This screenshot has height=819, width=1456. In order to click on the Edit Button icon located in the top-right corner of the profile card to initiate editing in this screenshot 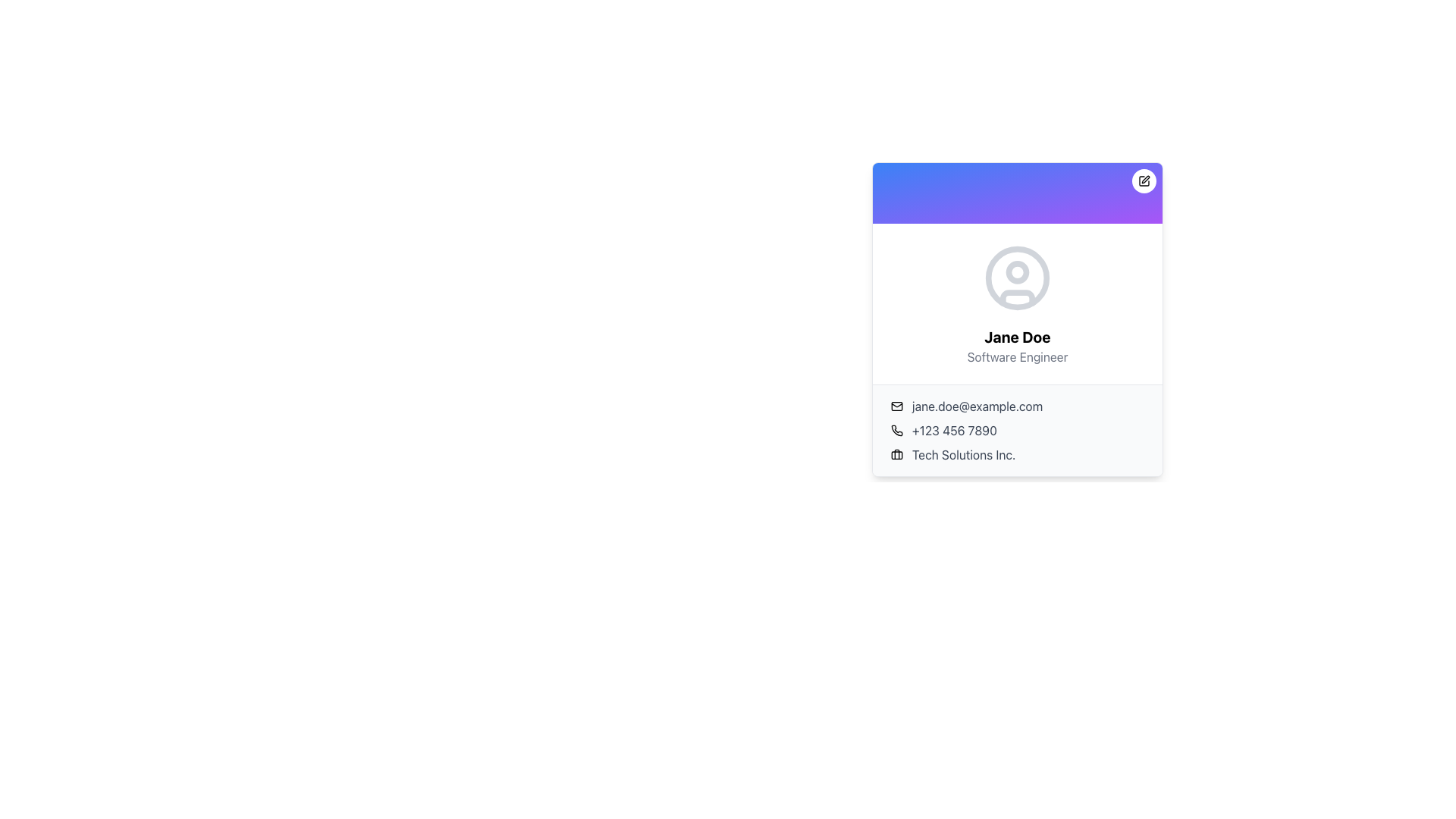, I will do `click(1144, 180)`.